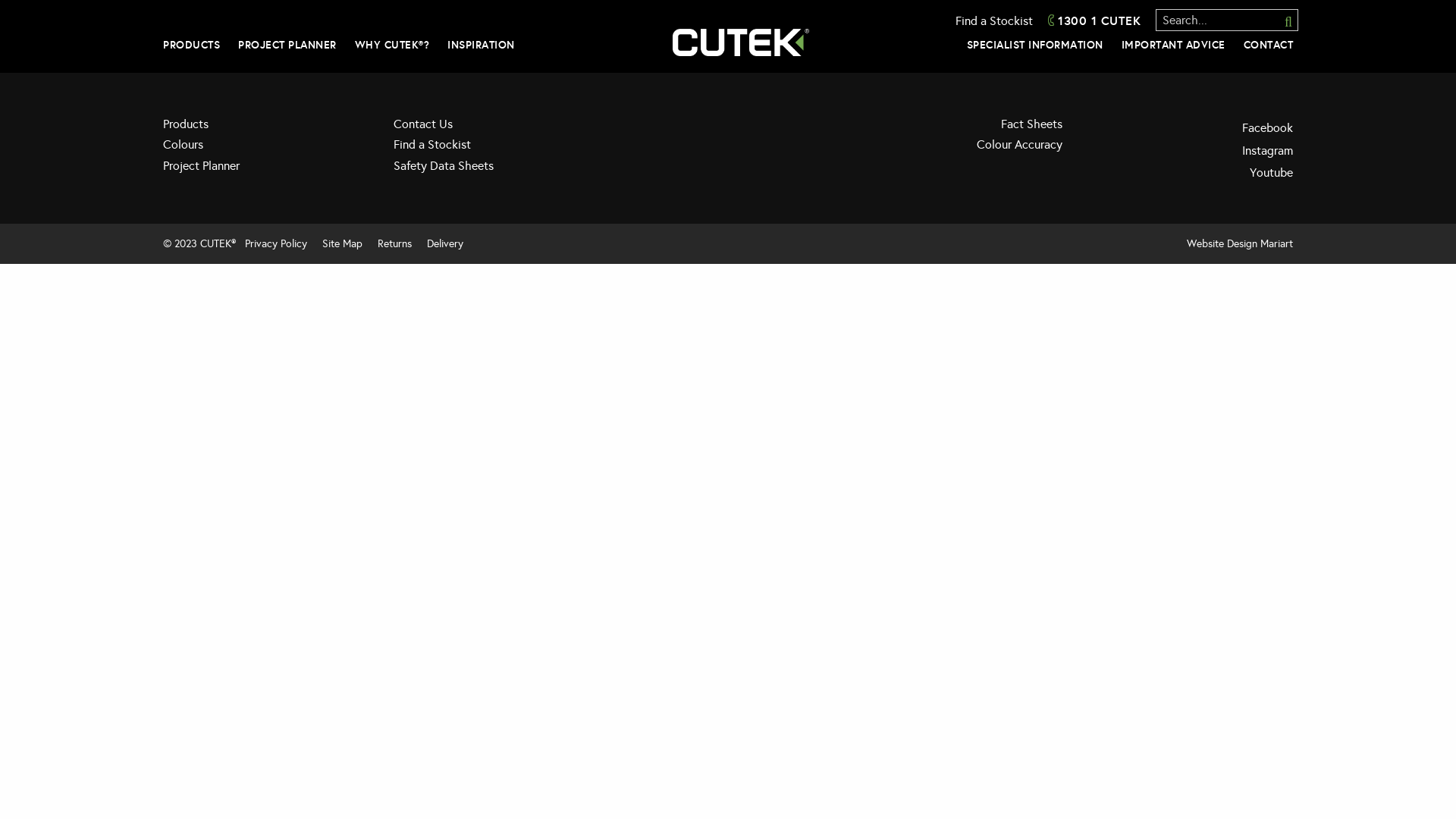  What do you see at coordinates (1188, 171) in the screenshot?
I see `'Youtube'` at bounding box center [1188, 171].